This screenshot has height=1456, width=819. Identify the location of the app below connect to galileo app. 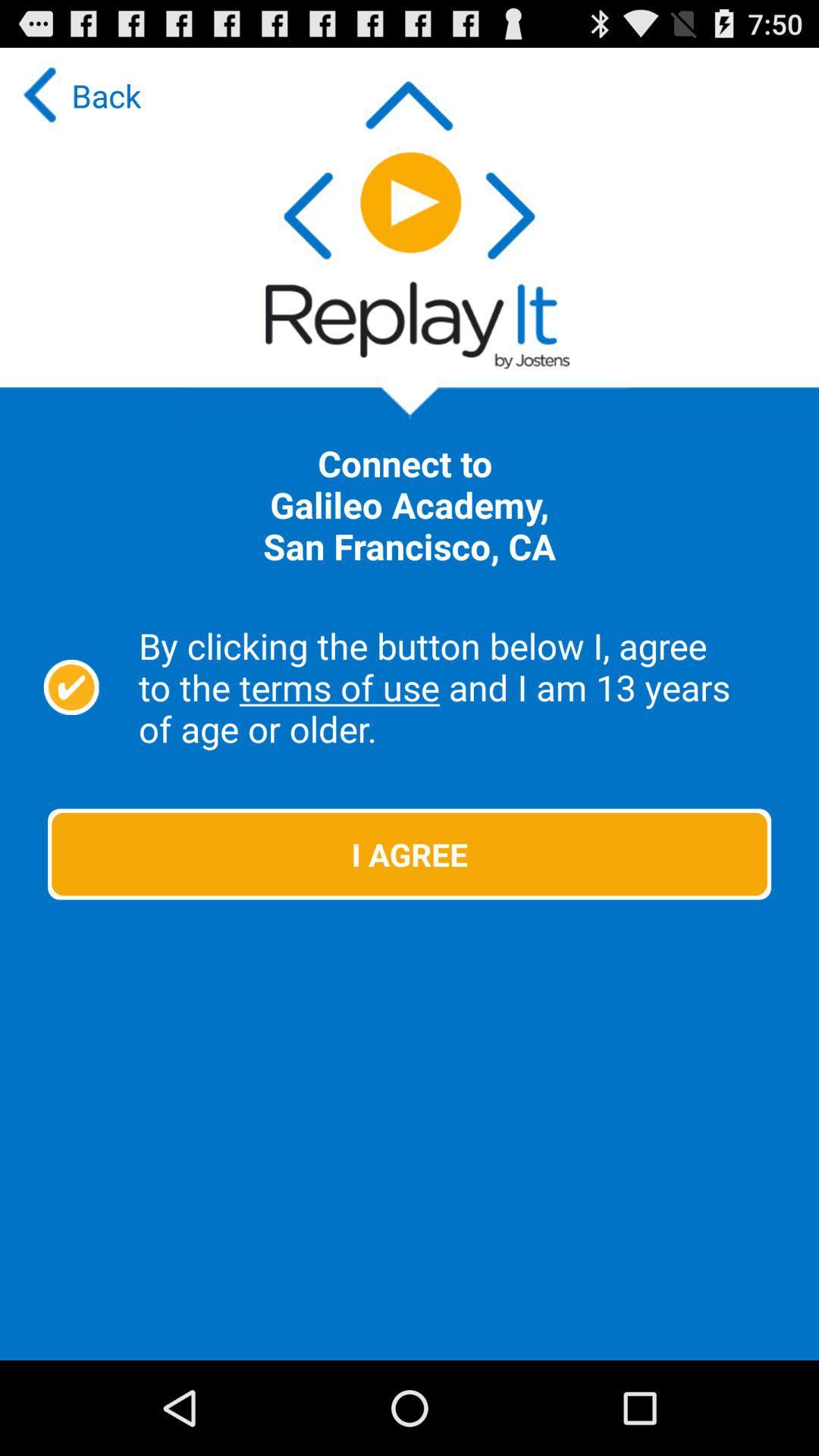
(460, 686).